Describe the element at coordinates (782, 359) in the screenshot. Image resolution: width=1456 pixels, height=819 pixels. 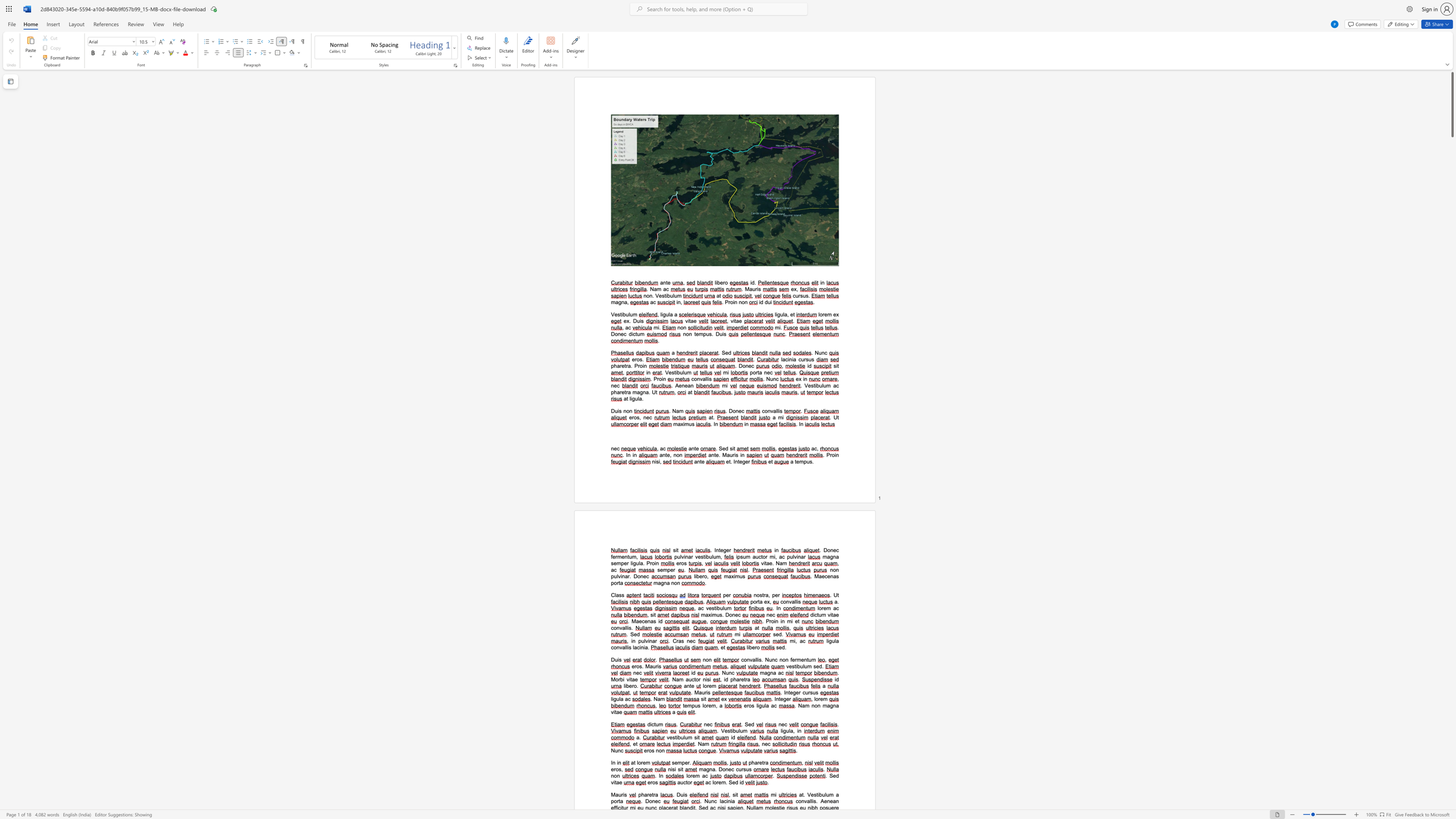
I see `the space between the continuous character "l" and "a" in the text` at that location.